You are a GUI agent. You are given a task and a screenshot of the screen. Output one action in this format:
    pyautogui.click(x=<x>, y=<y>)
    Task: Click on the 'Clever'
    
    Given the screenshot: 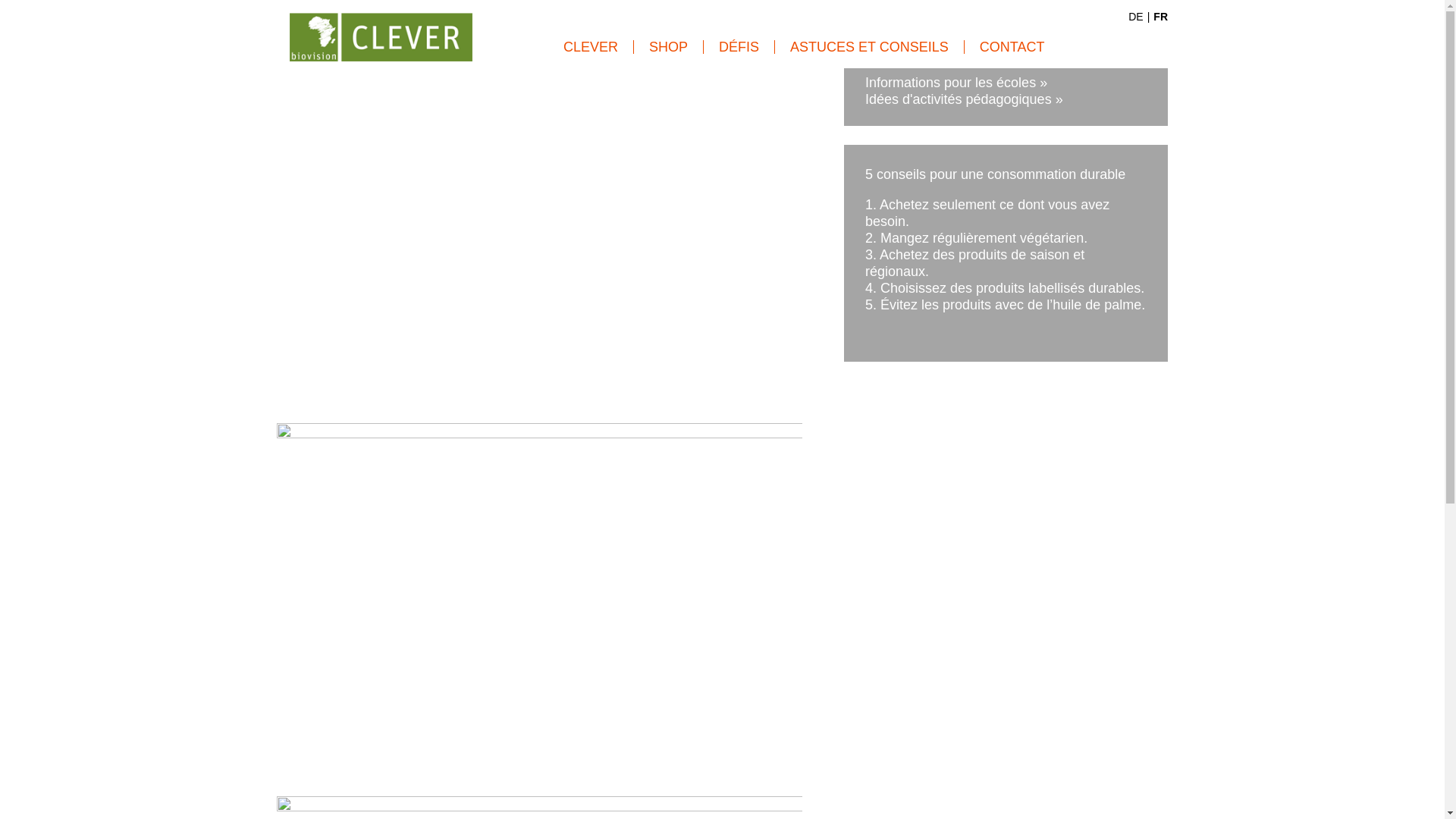 What is the action you would take?
    pyautogui.click(x=290, y=27)
    